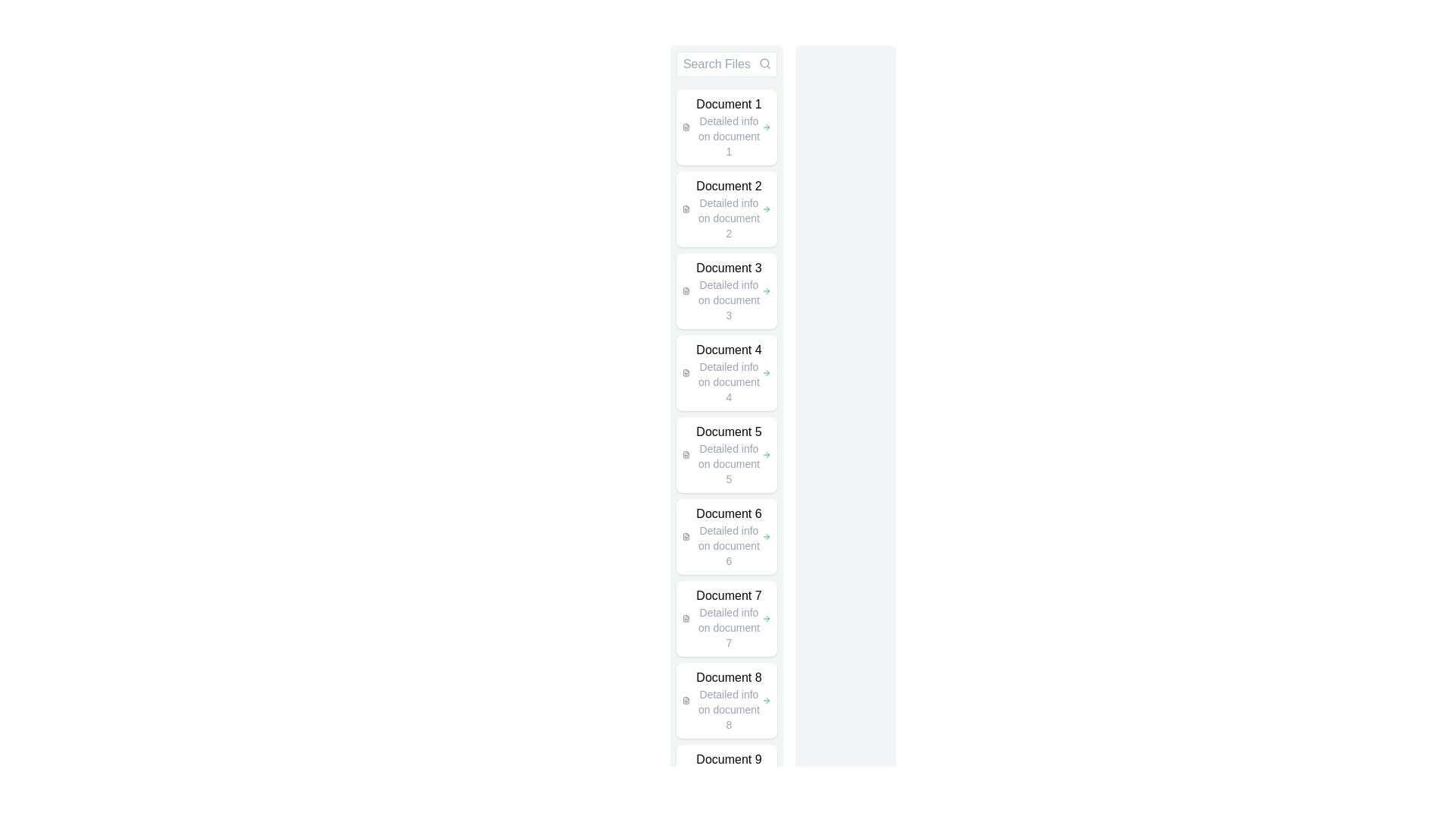 The height and width of the screenshot is (819, 1456). Describe the element at coordinates (729, 546) in the screenshot. I see `the informational text label located directly below the main heading 'Document 6' in the sixth item of the vertical list` at that location.